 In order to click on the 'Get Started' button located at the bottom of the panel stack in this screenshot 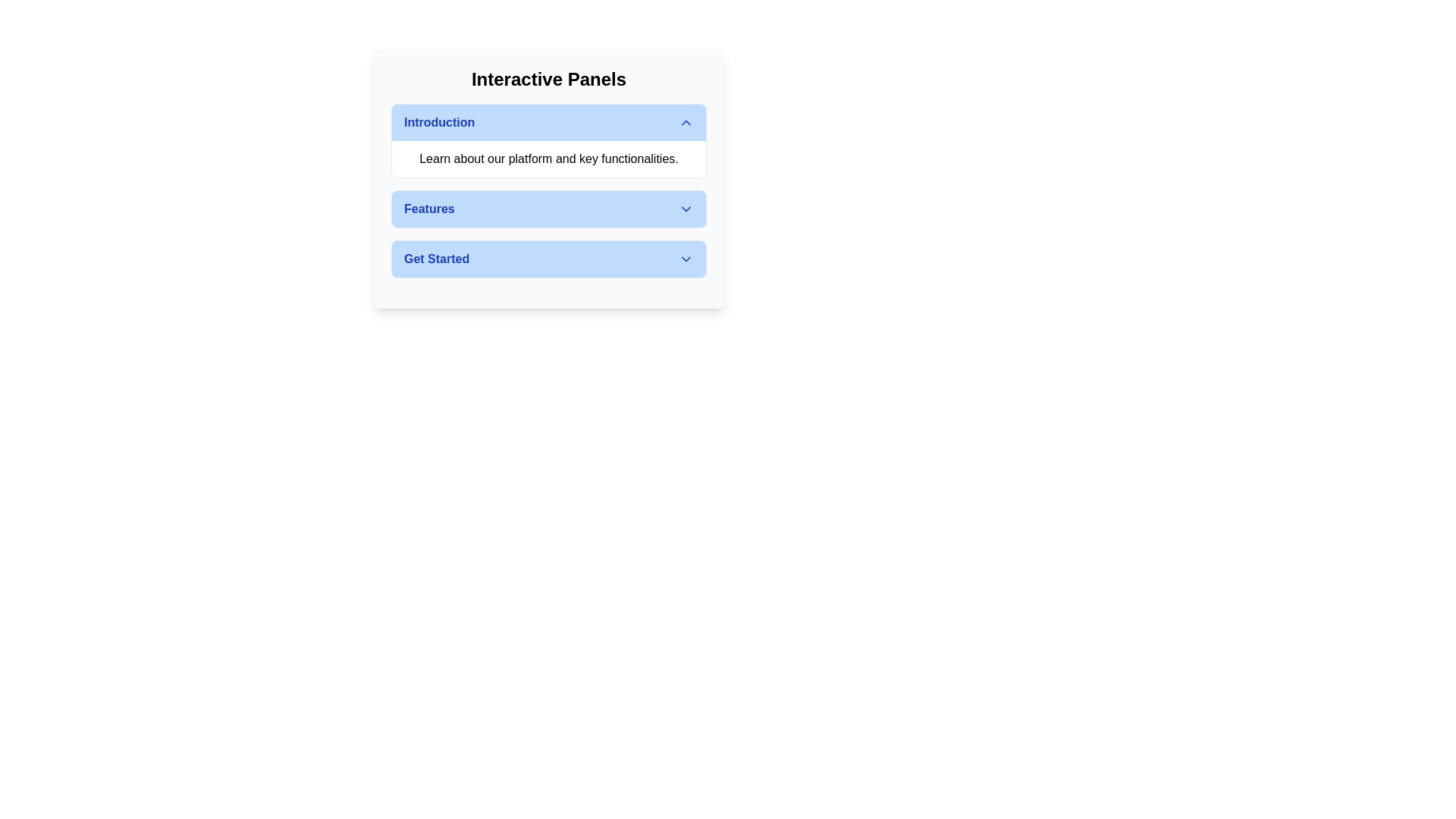, I will do `click(548, 259)`.